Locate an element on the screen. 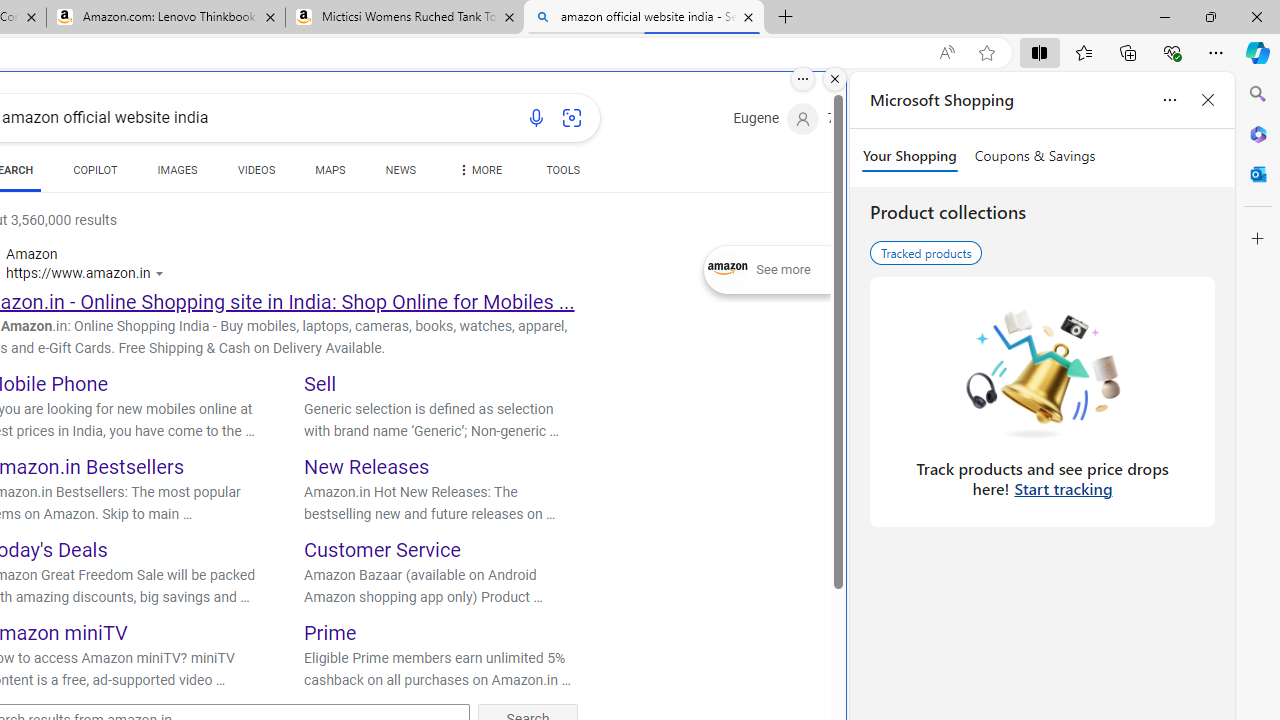 This screenshot has height=720, width=1280. 'COPILOT' is located at coordinates (94, 172).